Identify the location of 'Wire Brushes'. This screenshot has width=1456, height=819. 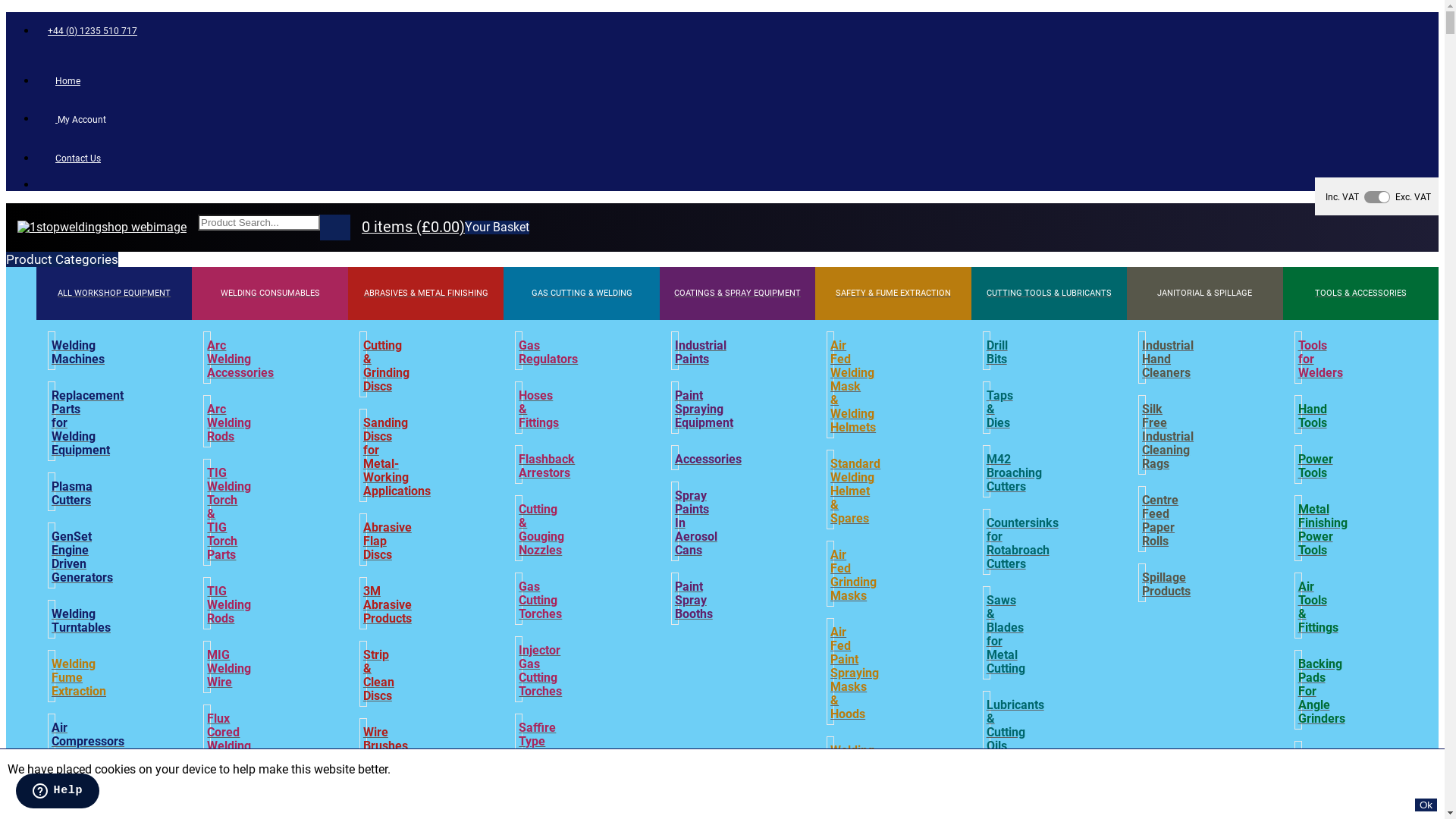
(385, 739).